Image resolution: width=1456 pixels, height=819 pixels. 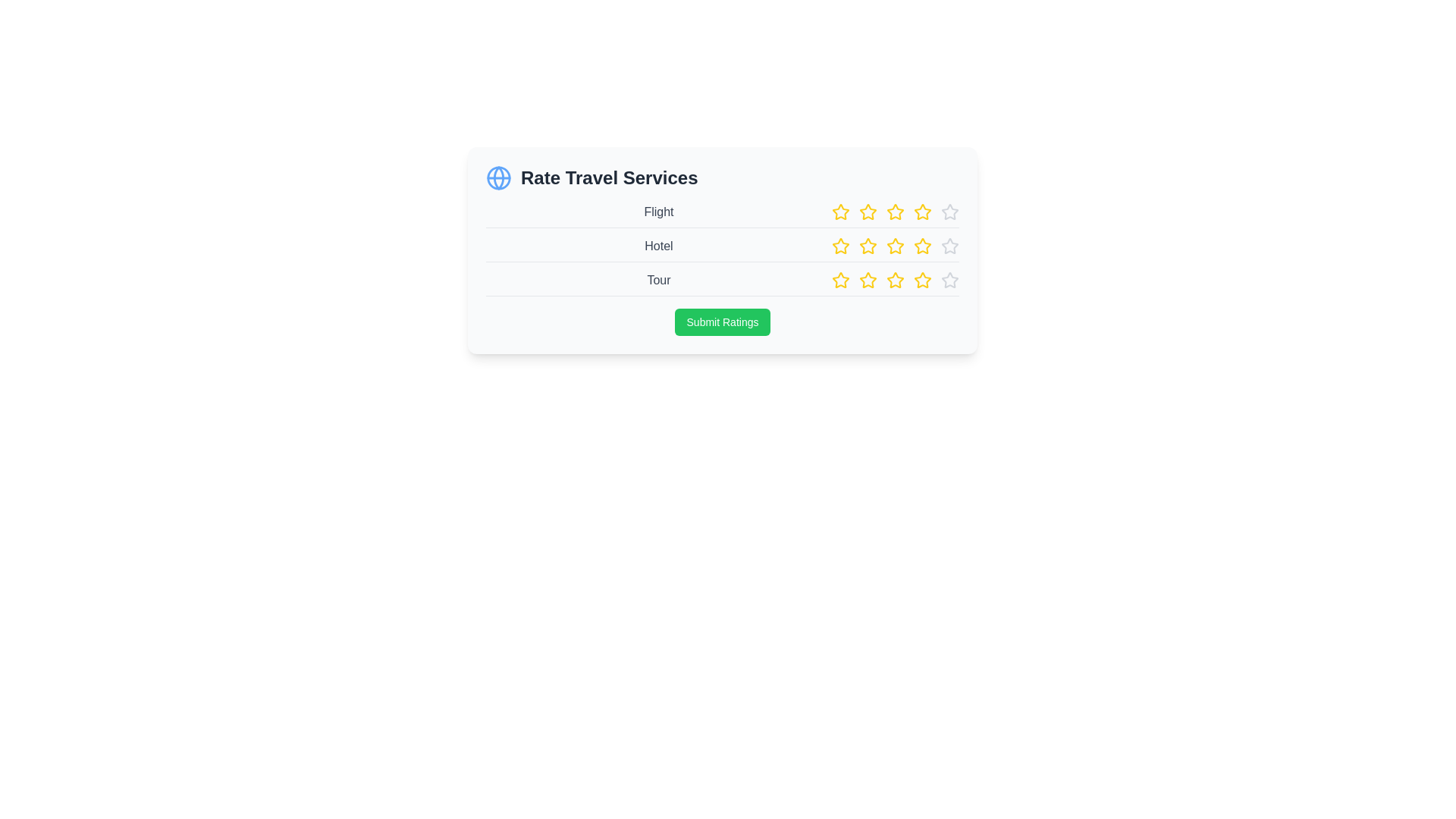 I want to click on the fourth yellow star icon used for rating the 'Flight' service in the 'Rate Travel Services' panel, if keyboard navigation is supported, so click(x=895, y=212).